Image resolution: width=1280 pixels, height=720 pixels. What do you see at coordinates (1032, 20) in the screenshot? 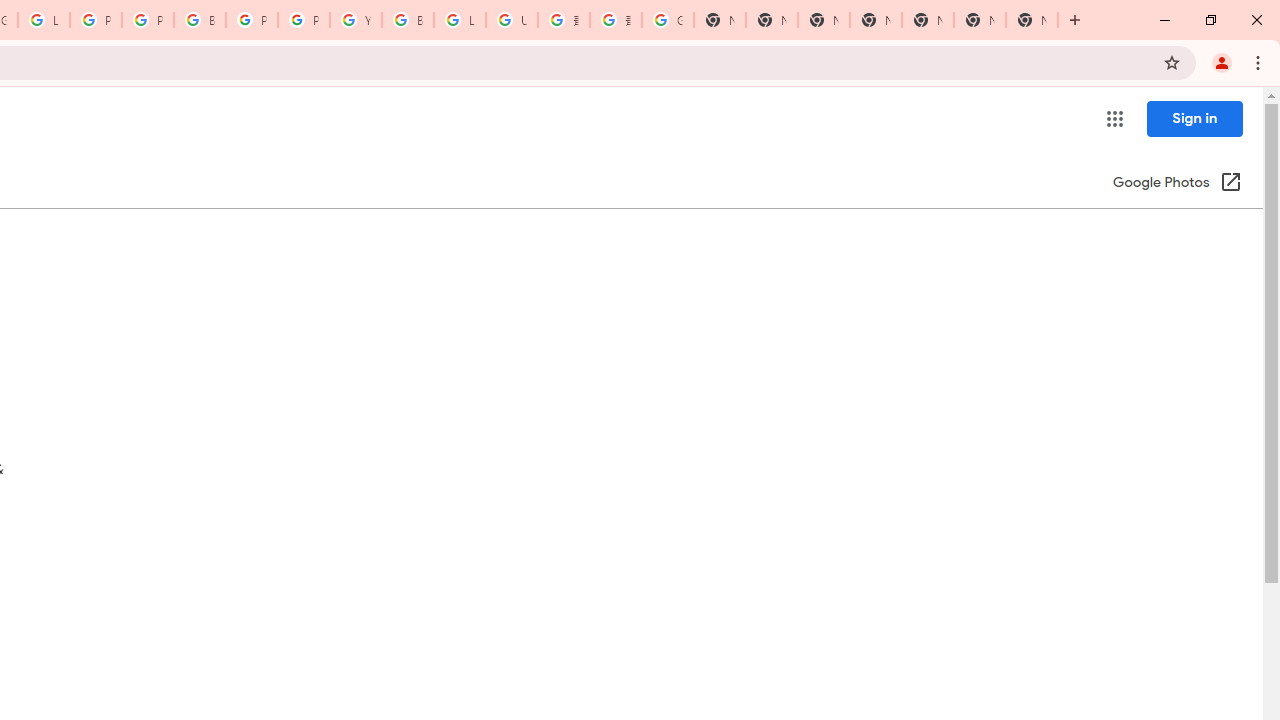
I see `'New Tab'` at bounding box center [1032, 20].